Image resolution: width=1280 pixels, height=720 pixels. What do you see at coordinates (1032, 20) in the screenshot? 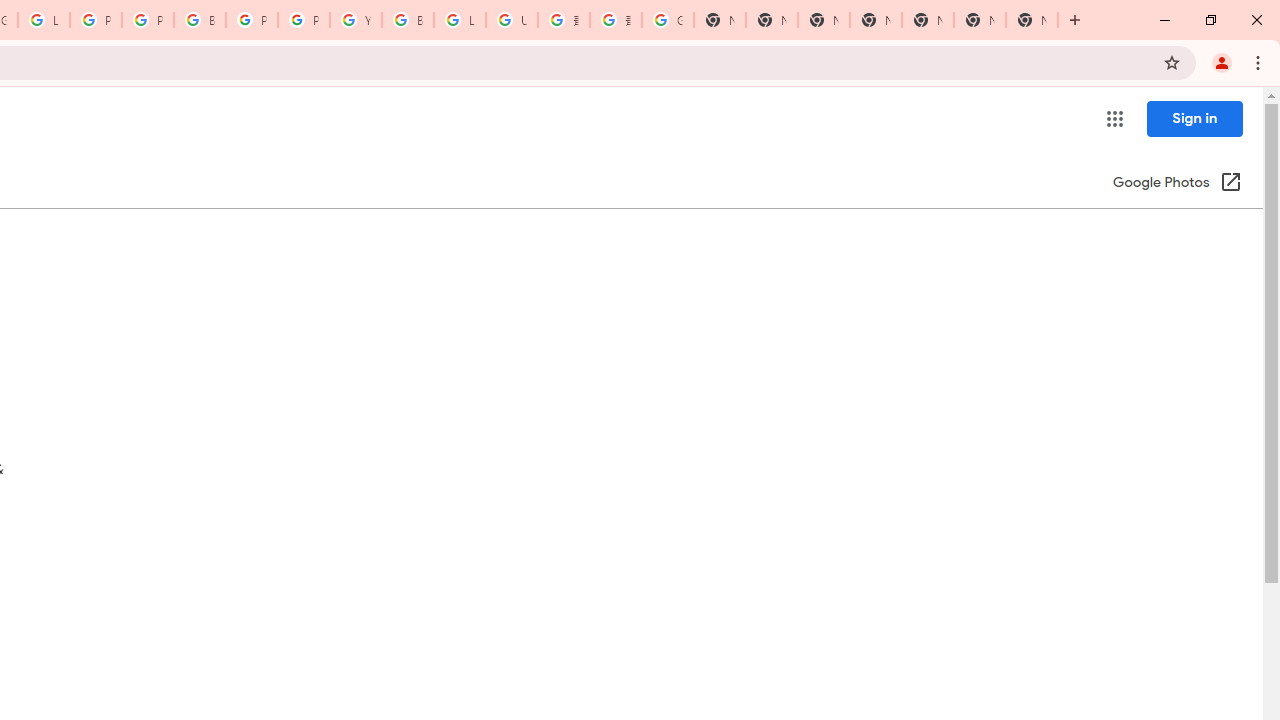
I see `'New Tab'` at bounding box center [1032, 20].